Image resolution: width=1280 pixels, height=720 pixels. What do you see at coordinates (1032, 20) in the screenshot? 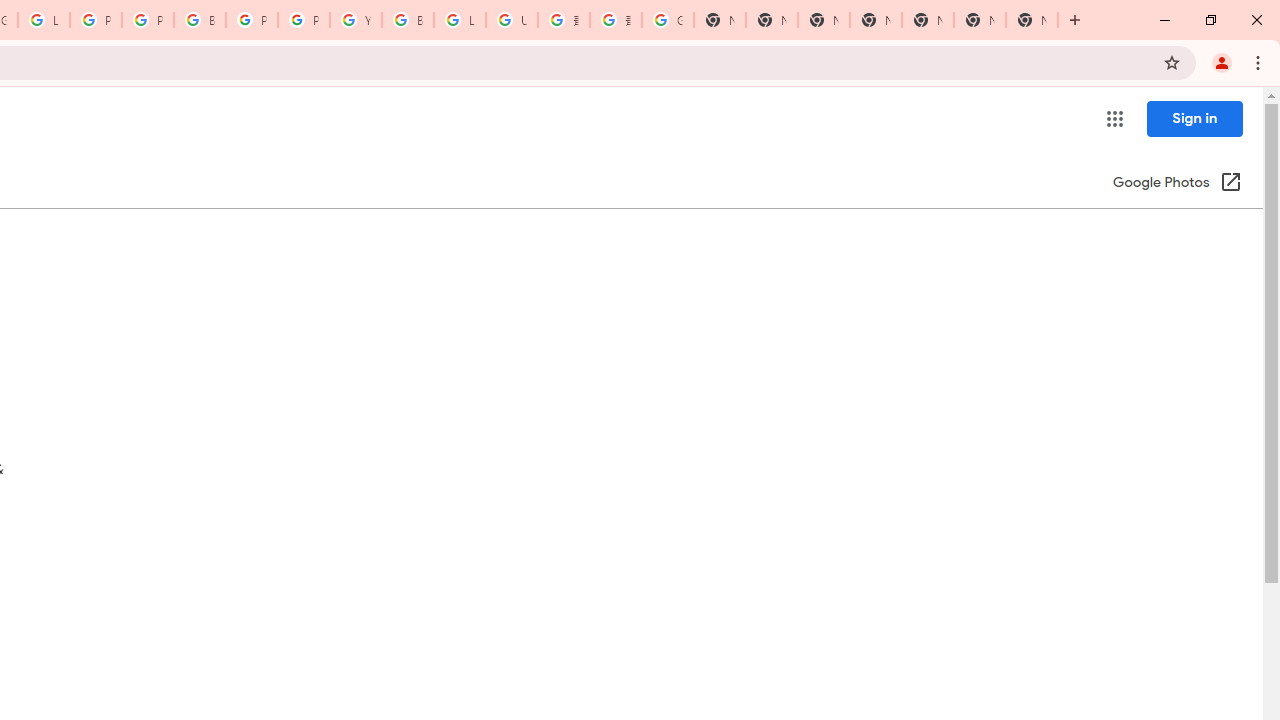
I see `'New Tab'` at bounding box center [1032, 20].